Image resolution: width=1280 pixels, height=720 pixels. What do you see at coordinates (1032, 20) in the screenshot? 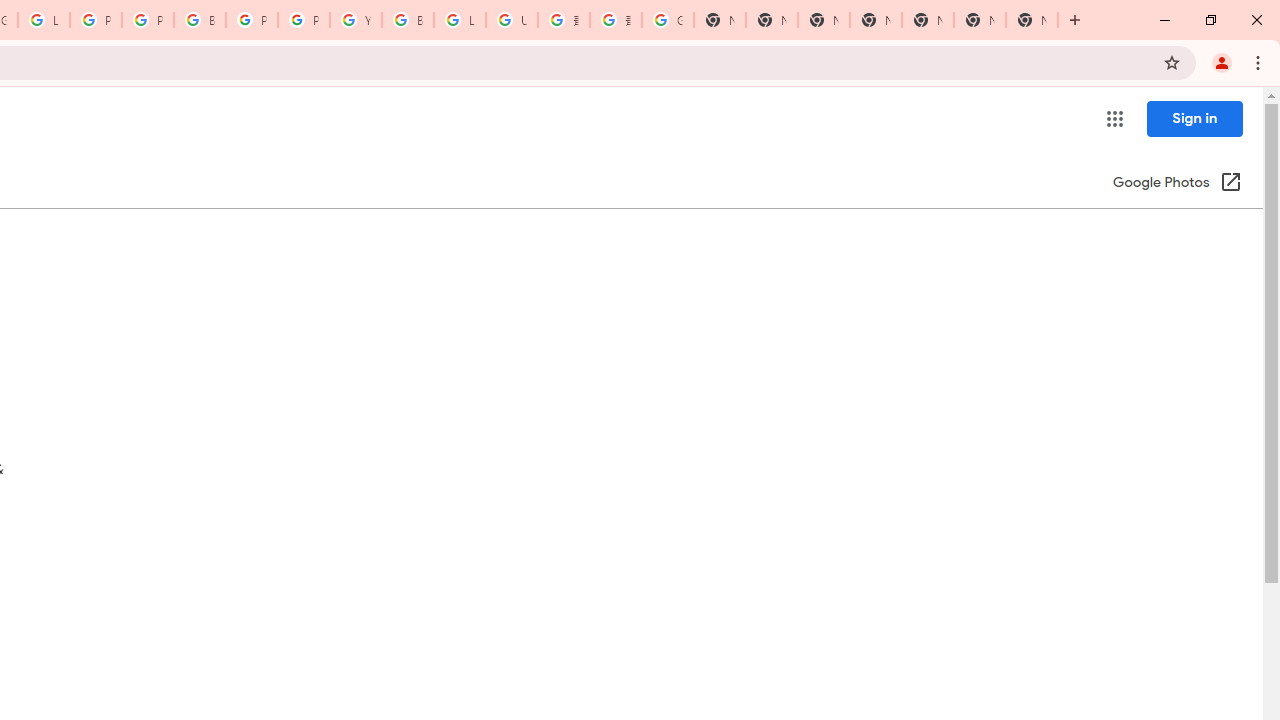
I see `'New Tab'` at bounding box center [1032, 20].